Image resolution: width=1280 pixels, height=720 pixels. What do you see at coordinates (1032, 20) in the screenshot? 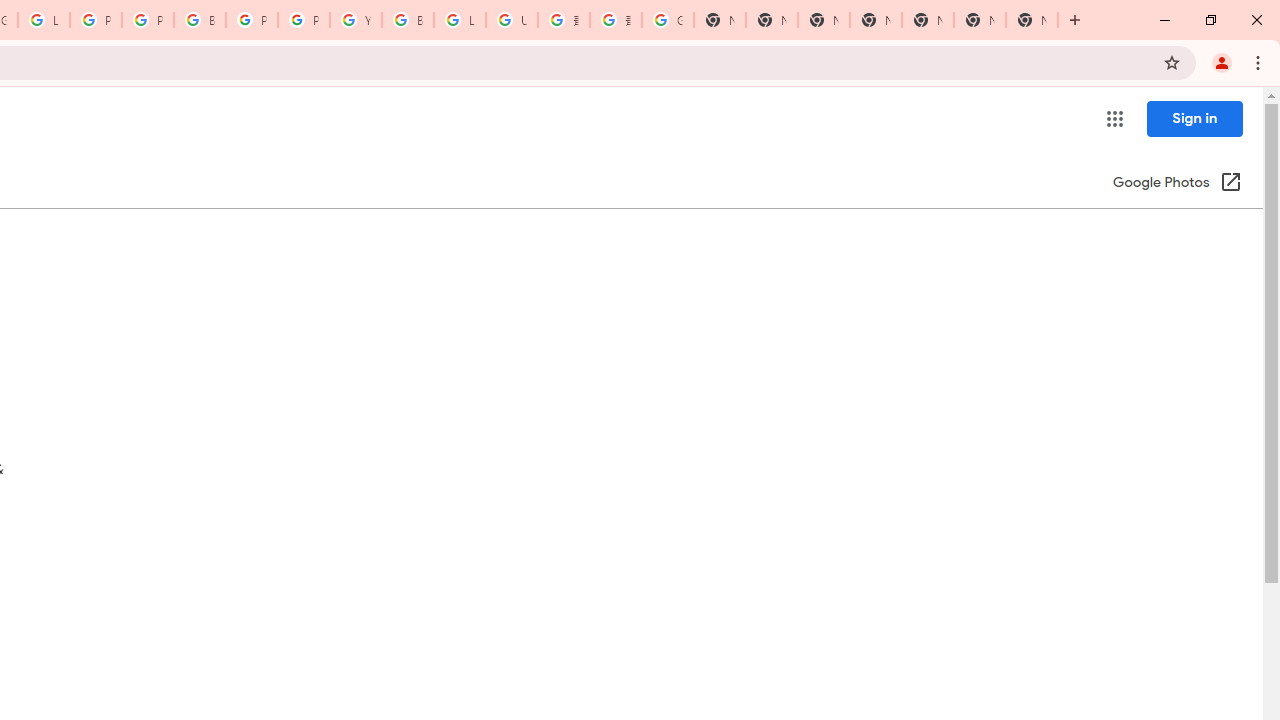
I see `'New Tab'` at bounding box center [1032, 20].